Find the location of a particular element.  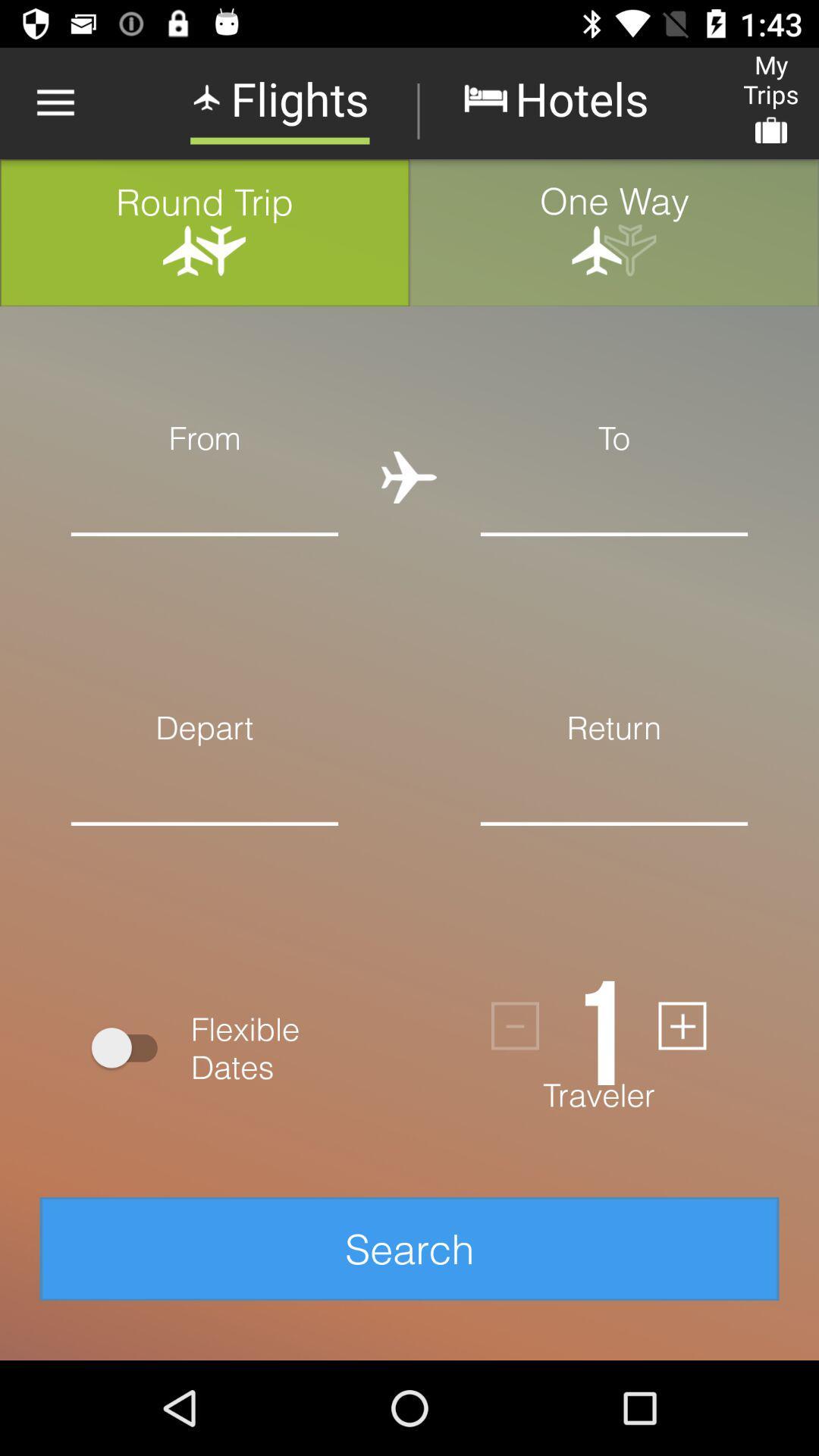

icon next to the 1 item is located at coordinates (514, 1026).